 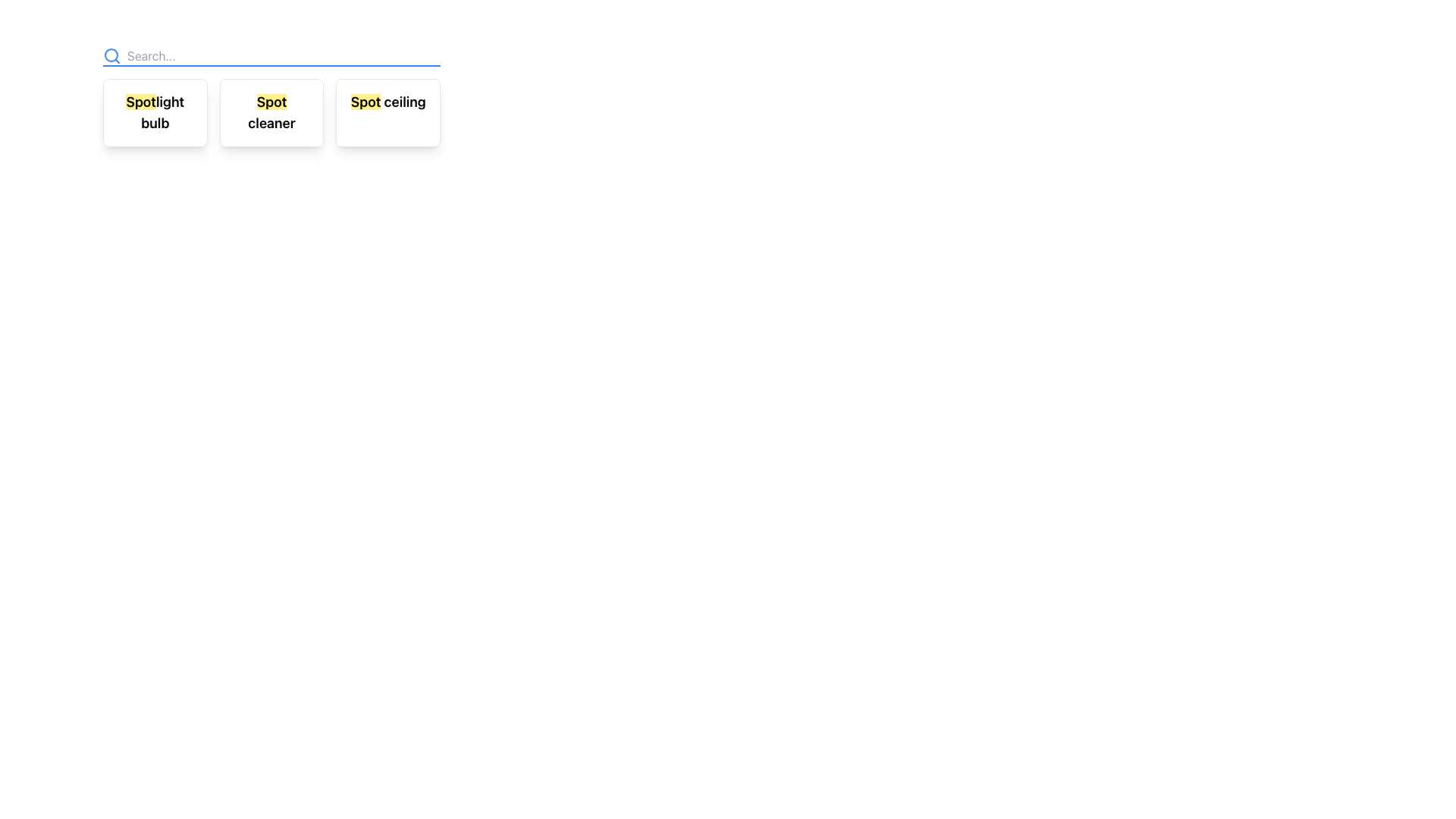 I want to click on the highlighted text label 'Spotlight' which emphasizes its importance in the phrase 'Spotlight bulb', so click(x=141, y=102).